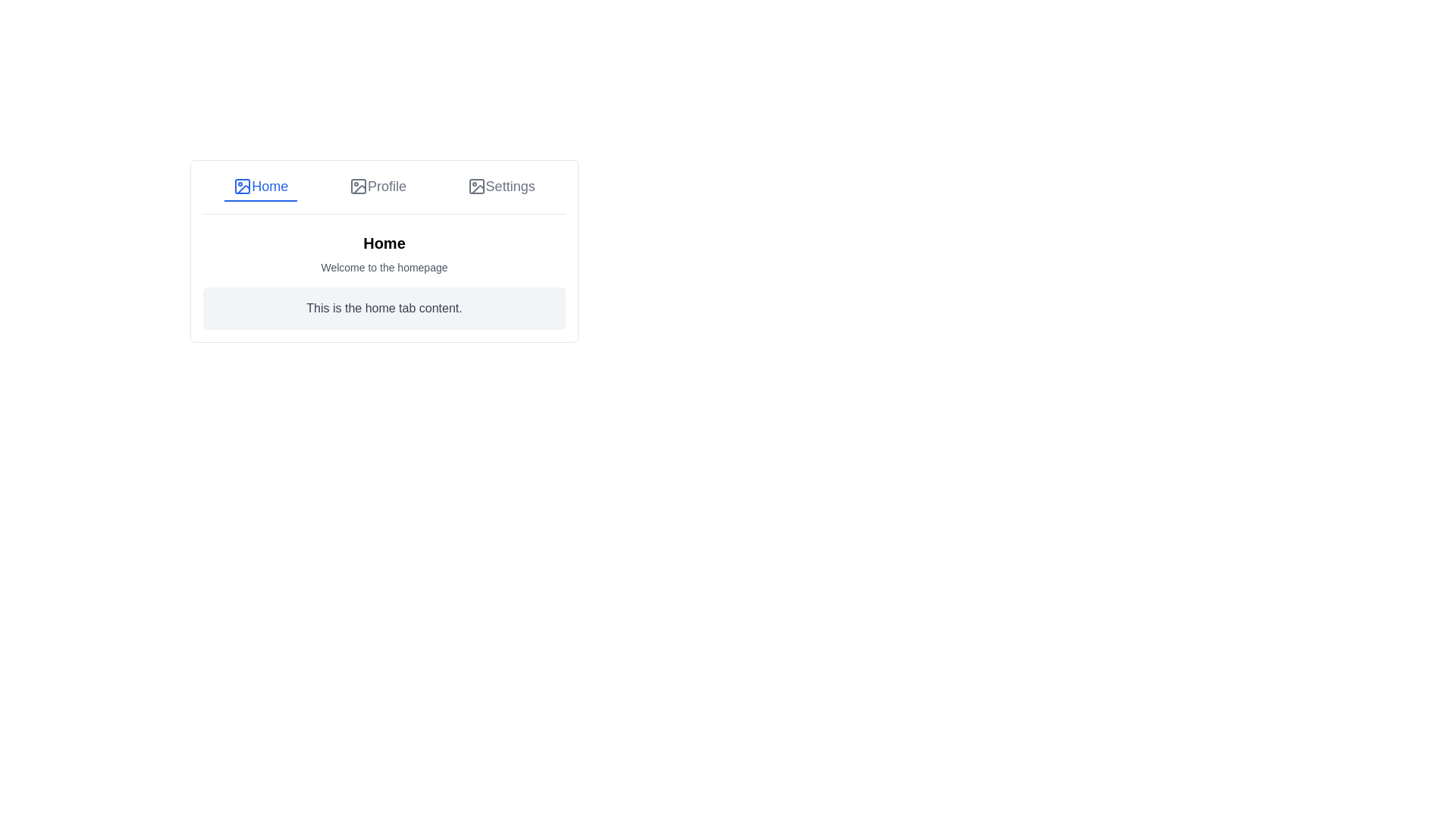 The height and width of the screenshot is (819, 1456). What do you see at coordinates (475, 186) in the screenshot?
I see `the image icon representing the 'Settings' menu item located to the left of the text label 'Settings' in the top navigation bar` at bounding box center [475, 186].